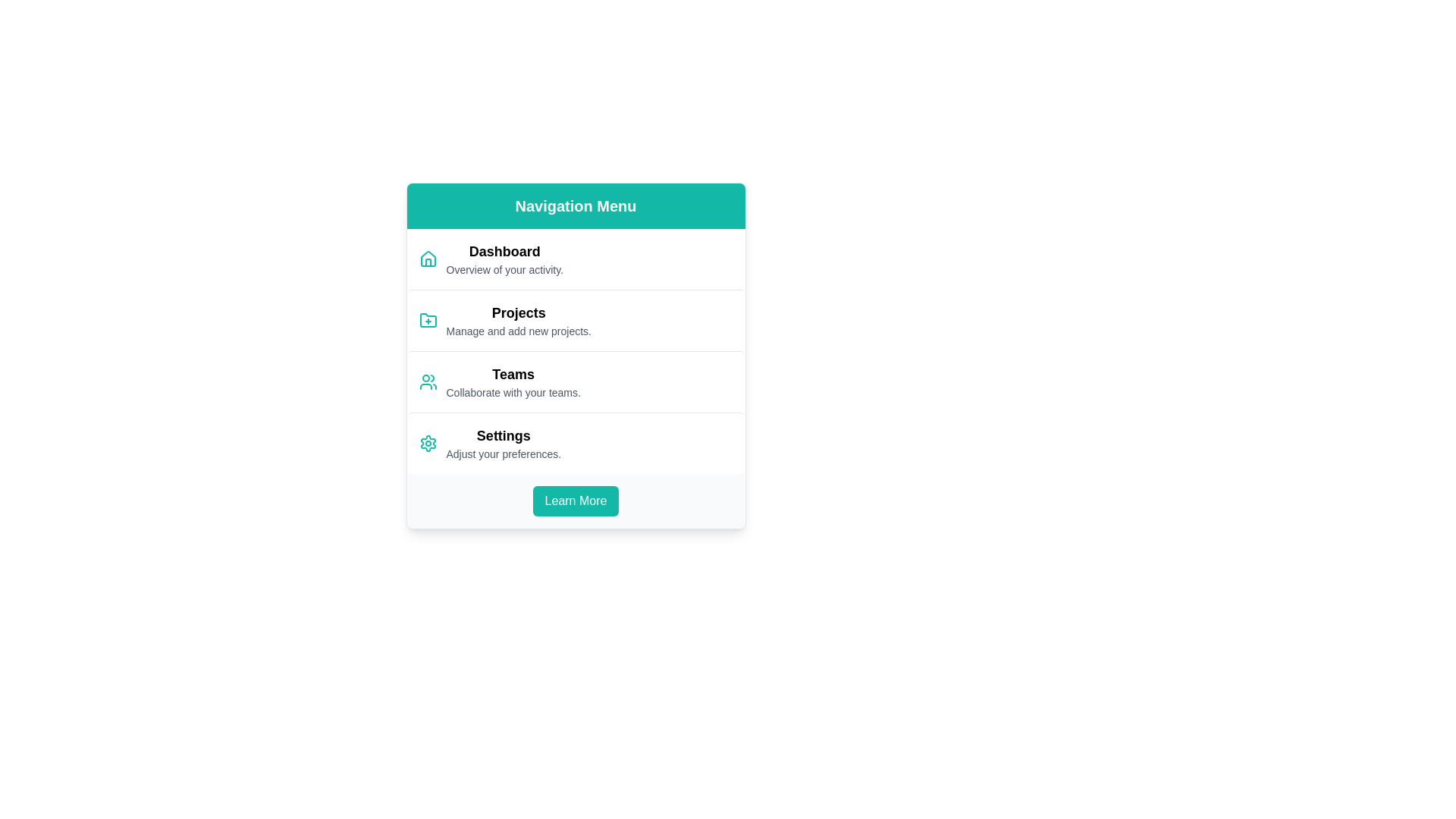 The image size is (1456, 819). What do you see at coordinates (504, 268) in the screenshot?
I see `the static text label that reads 'Overview of your activity', which is styled in a smaller gray font and is positioned directly beneath the 'Dashboard' label in the vertical navigation menu` at bounding box center [504, 268].